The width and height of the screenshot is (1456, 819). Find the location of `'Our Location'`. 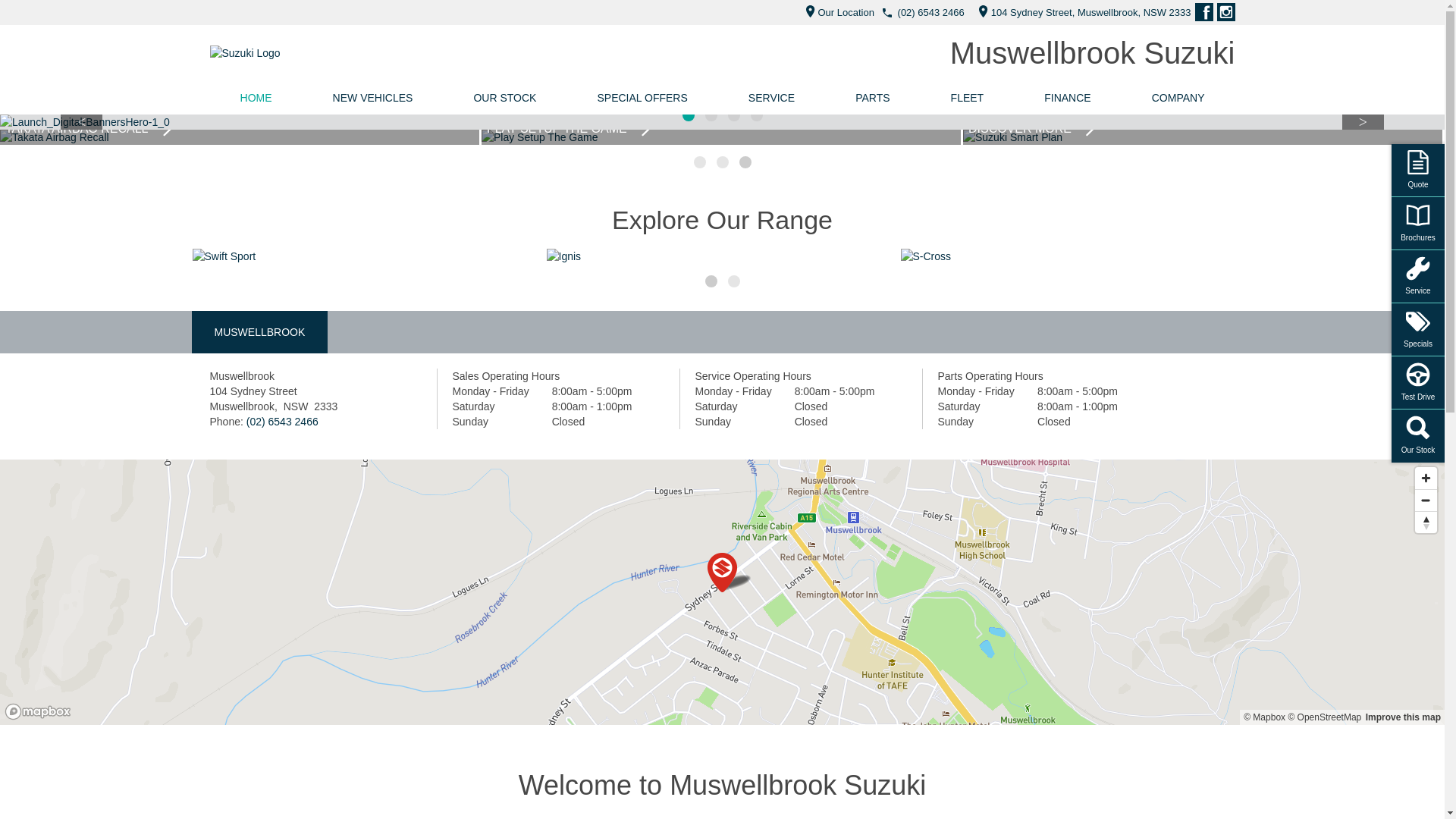

'Our Location' is located at coordinates (796, 12).